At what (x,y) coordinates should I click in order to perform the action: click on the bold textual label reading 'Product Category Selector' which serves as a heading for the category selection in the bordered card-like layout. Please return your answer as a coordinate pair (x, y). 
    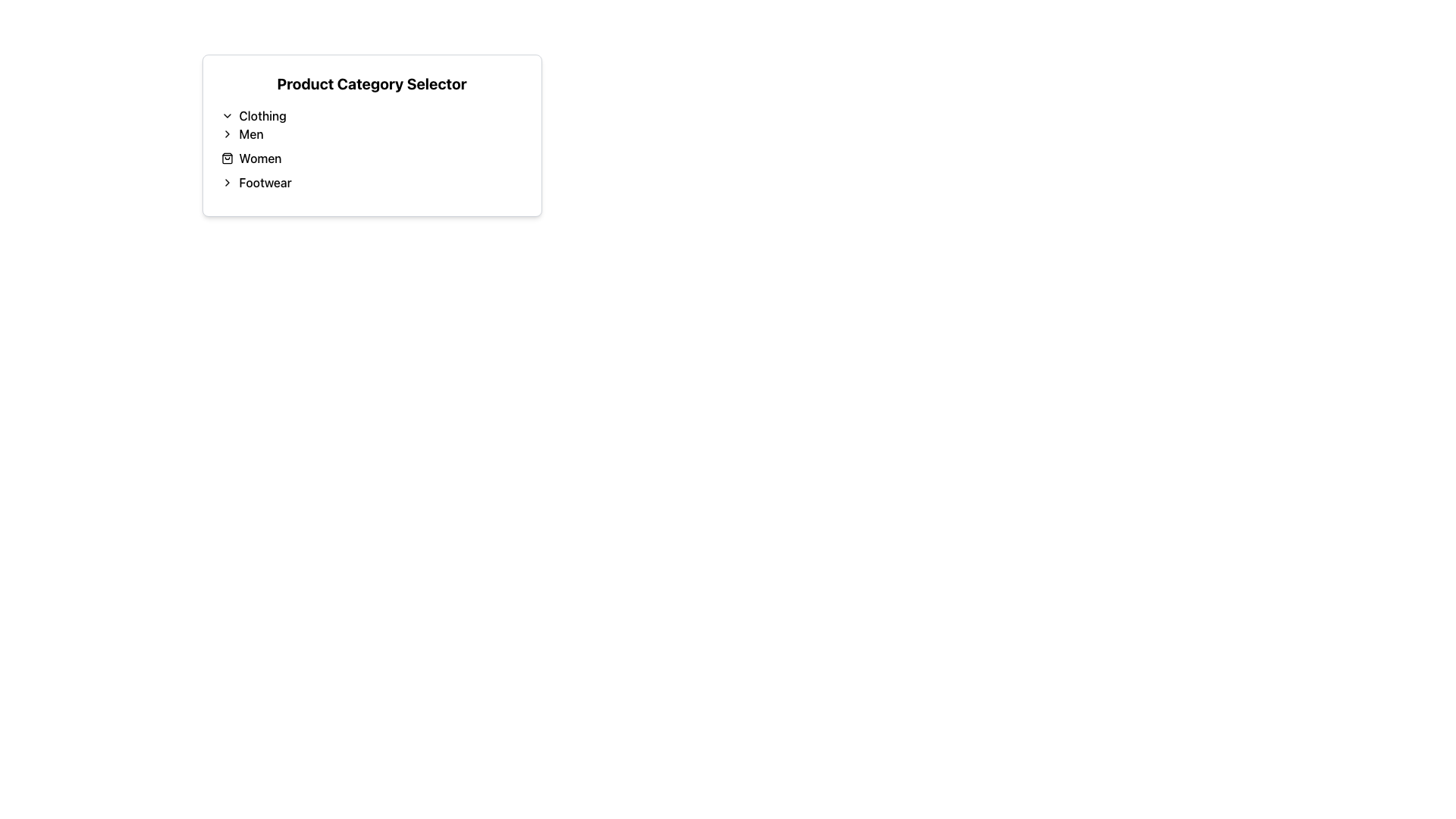
    Looking at the image, I should click on (372, 84).